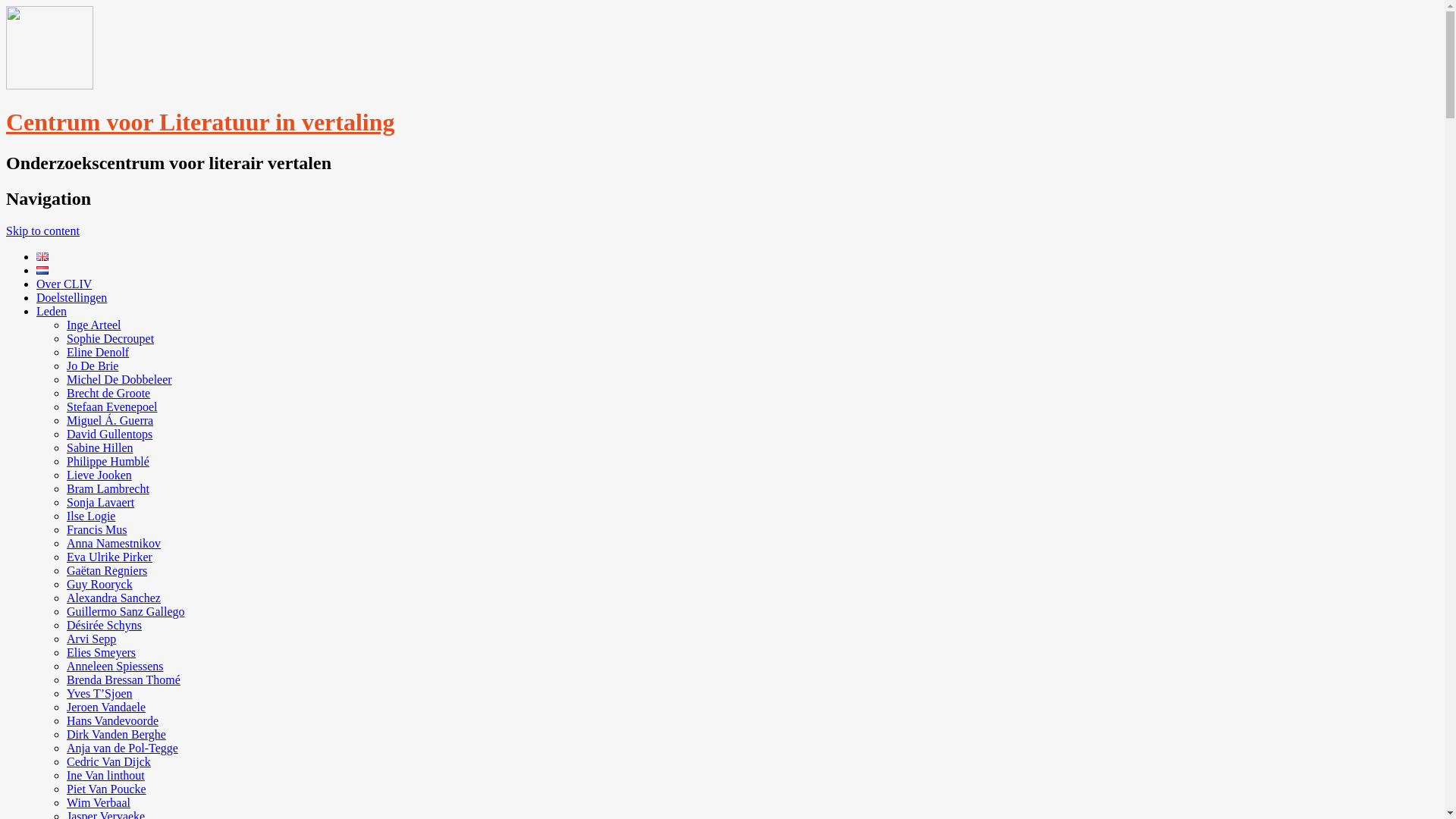  What do you see at coordinates (65, 324) in the screenshot?
I see `'Inge Arteel'` at bounding box center [65, 324].